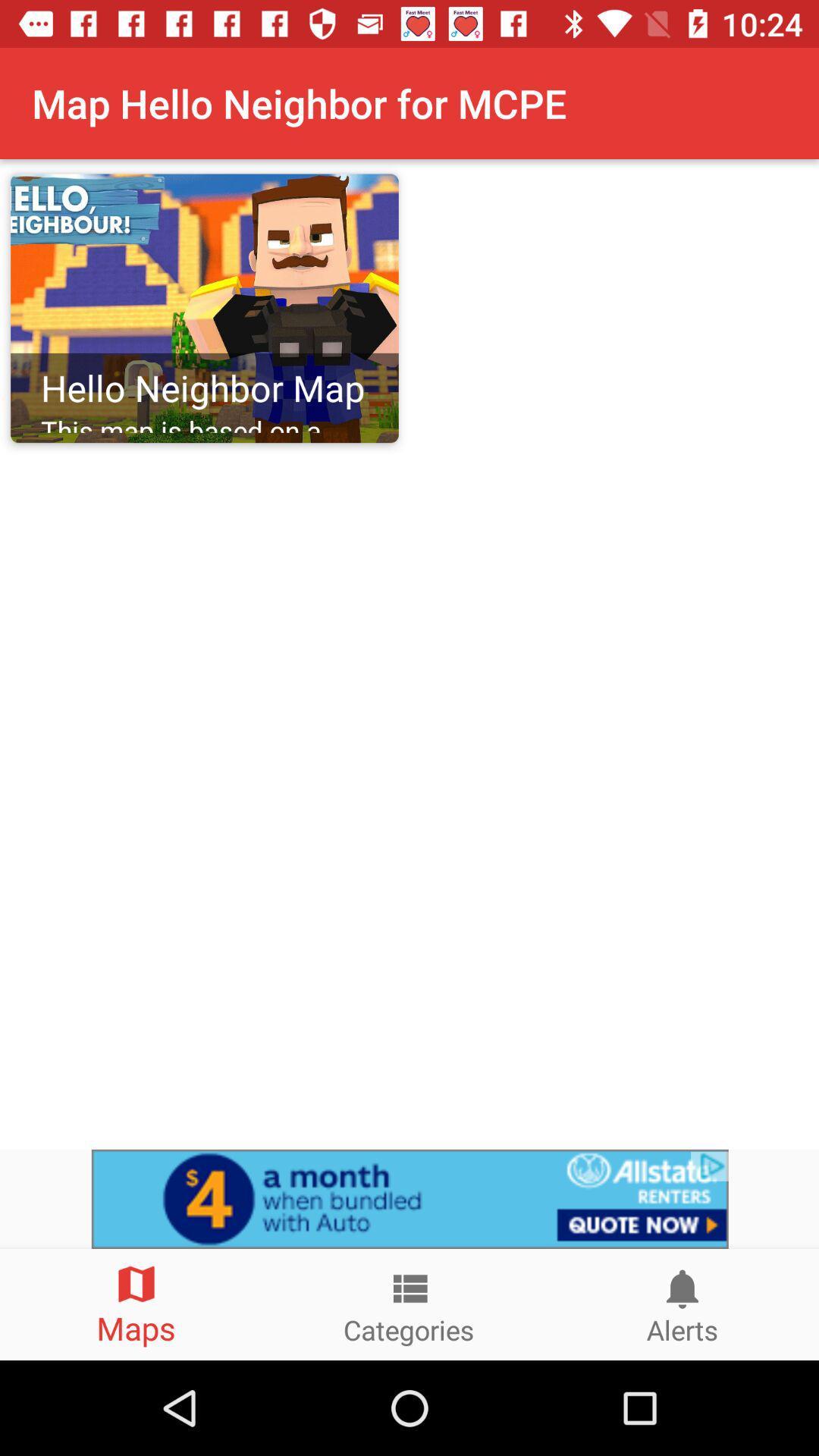 The image size is (819, 1456). I want to click on advertisement, so click(409, 1198).